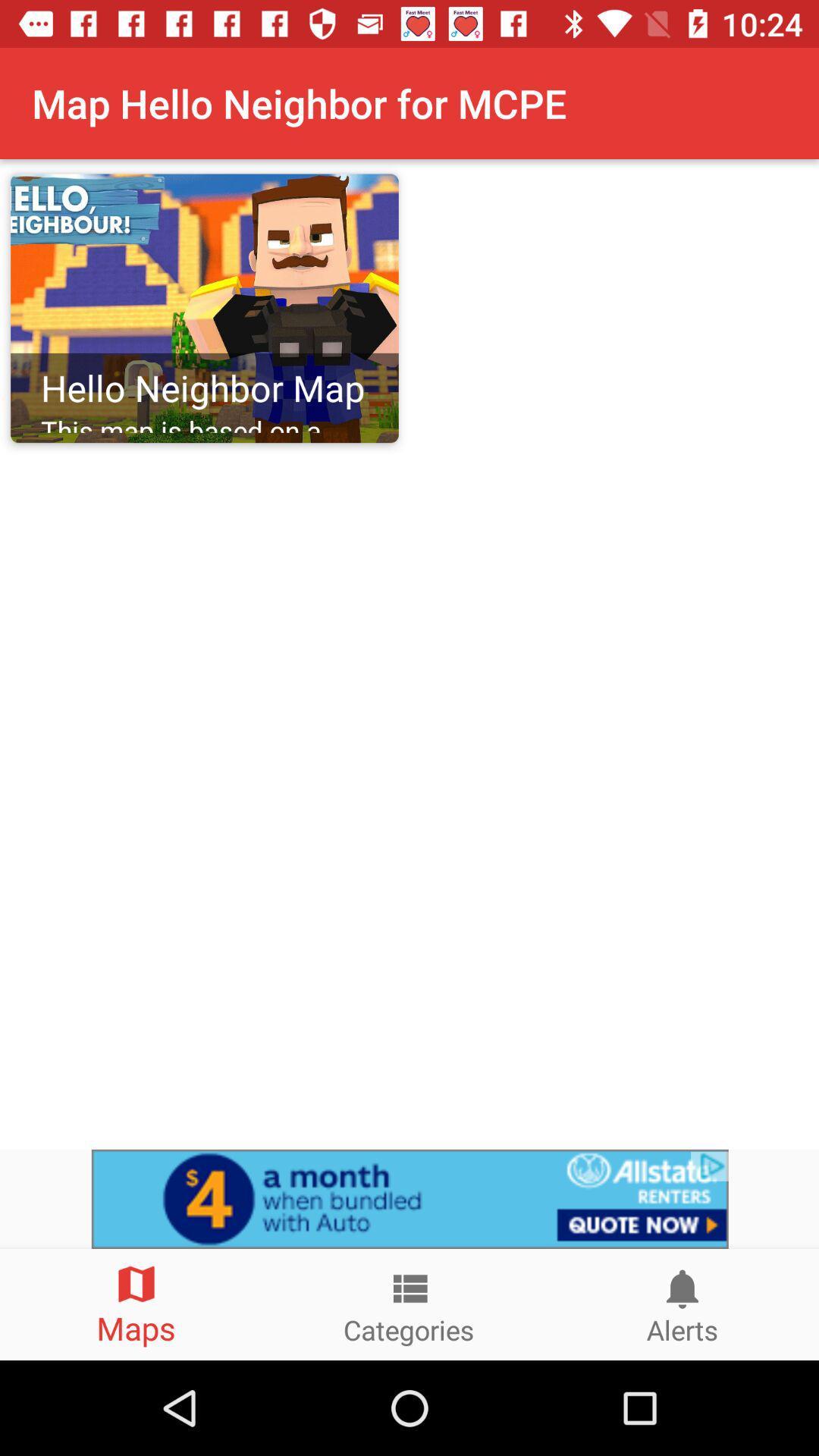 The image size is (819, 1456). I want to click on advertisement, so click(409, 1198).